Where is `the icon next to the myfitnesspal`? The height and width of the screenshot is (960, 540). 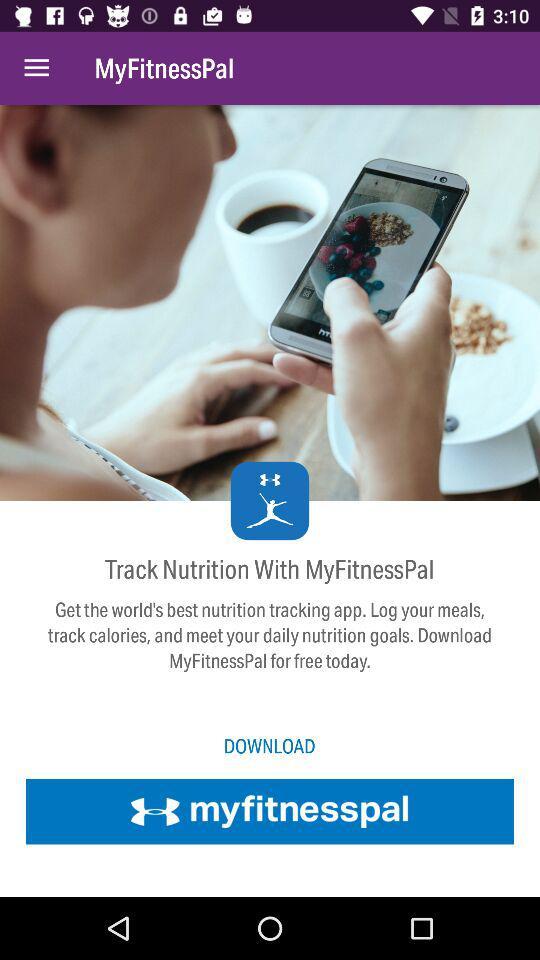 the icon next to the myfitnesspal is located at coordinates (36, 68).